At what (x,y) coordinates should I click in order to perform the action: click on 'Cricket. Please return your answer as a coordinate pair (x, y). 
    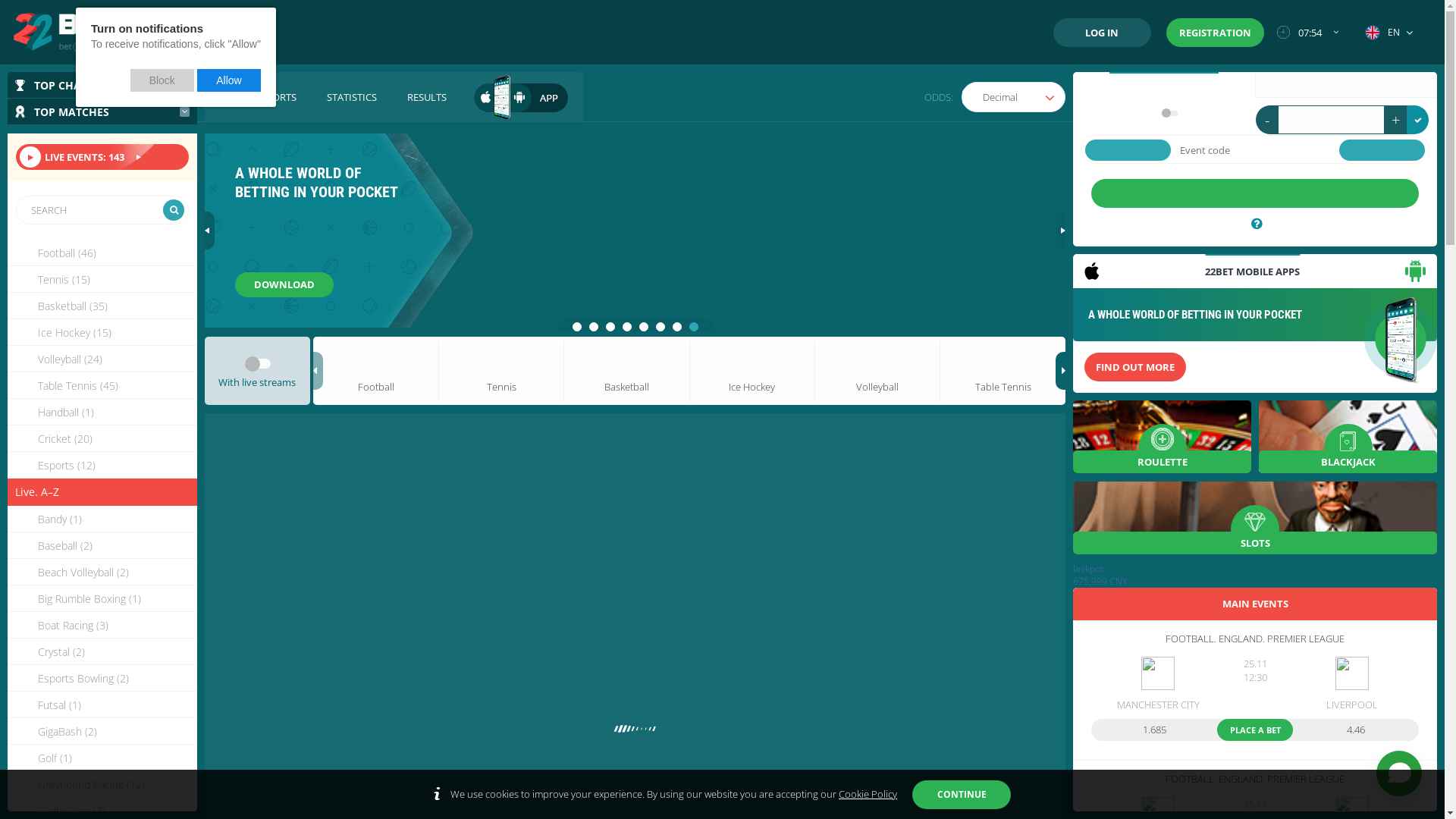
    Looking at the image, I should click on (101, 438).